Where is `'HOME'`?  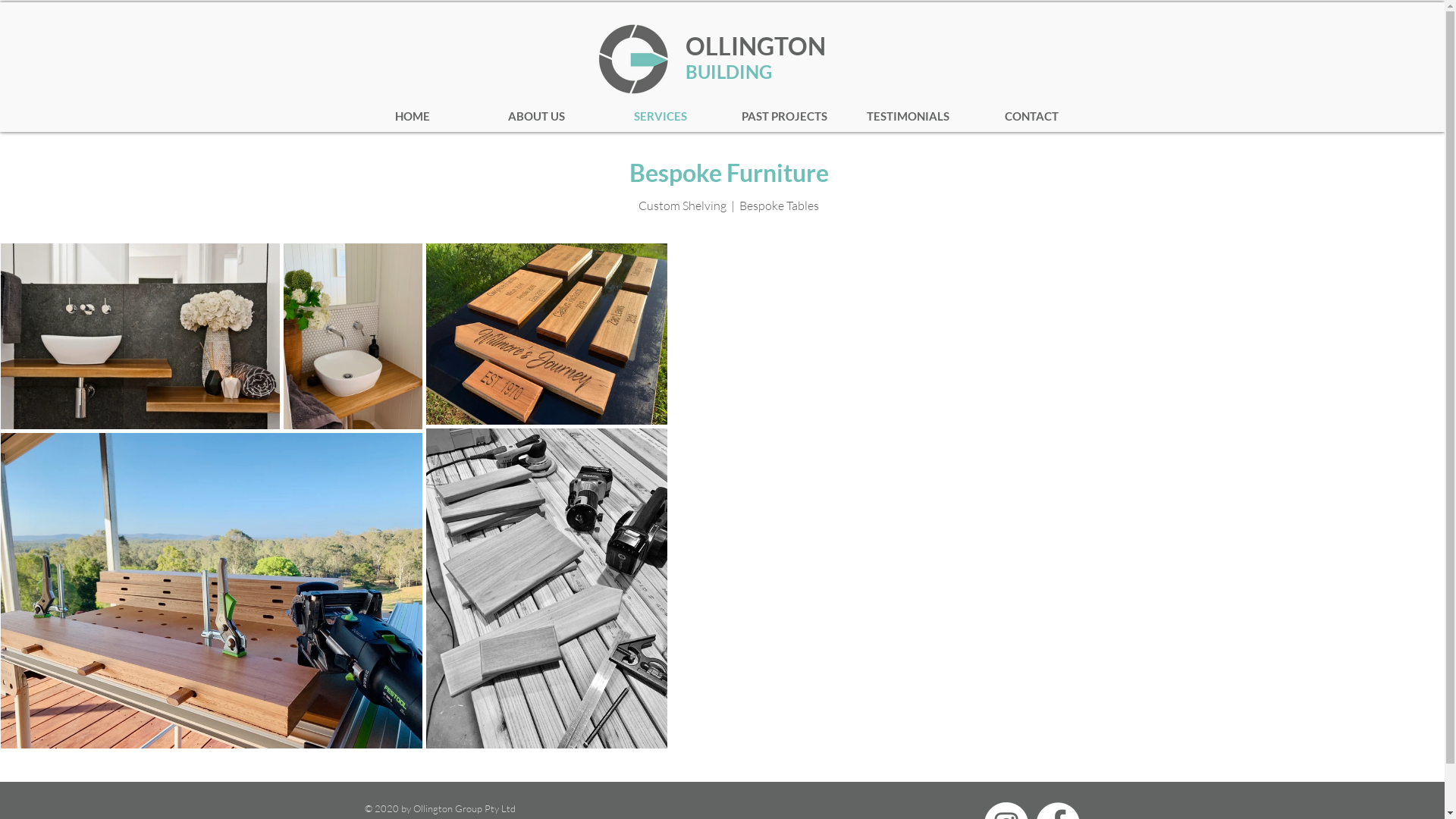
'HOME' is located at coordinates (412, 115).